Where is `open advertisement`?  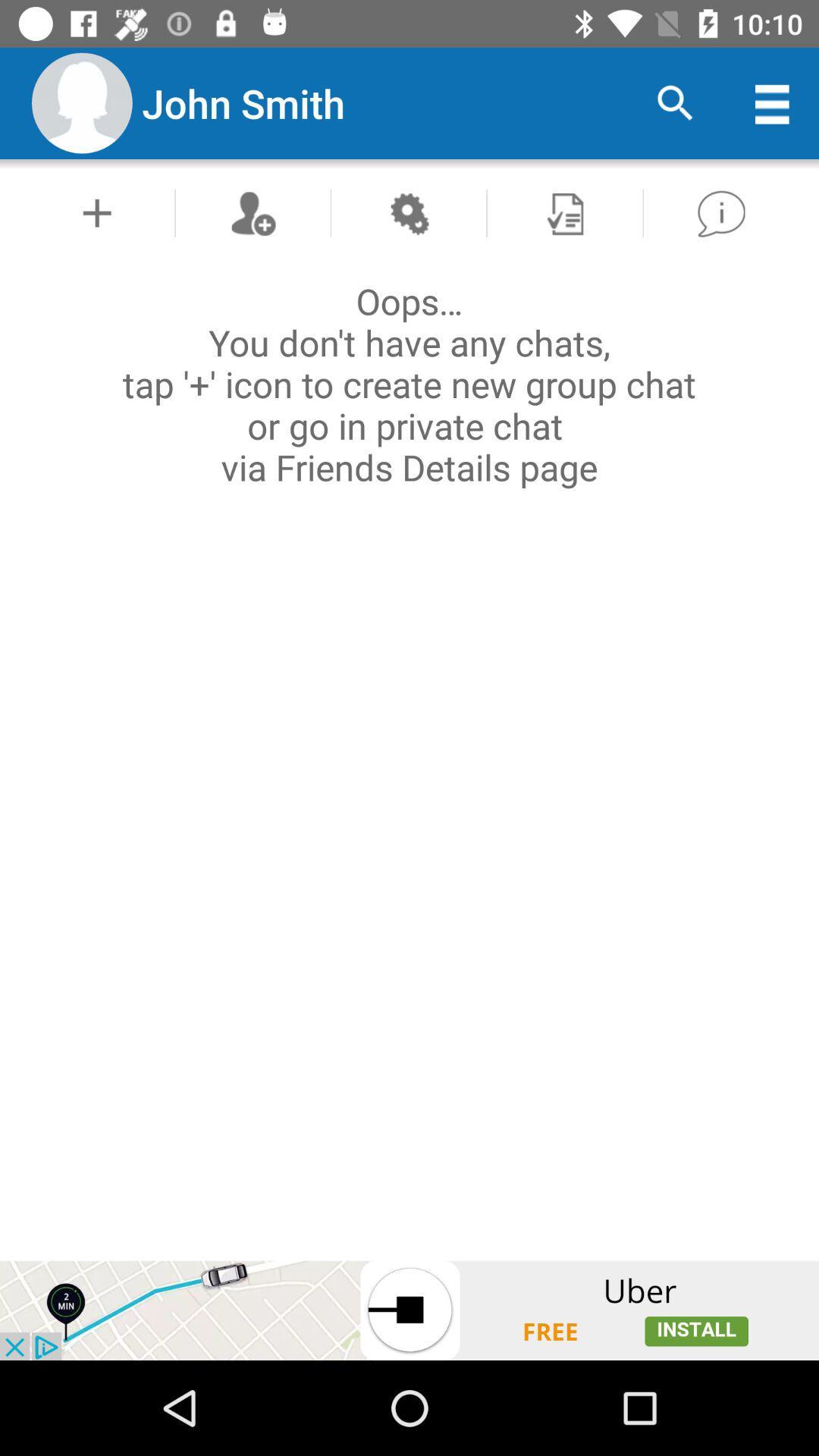 open advertisement is located at coordinates (409, 1310).